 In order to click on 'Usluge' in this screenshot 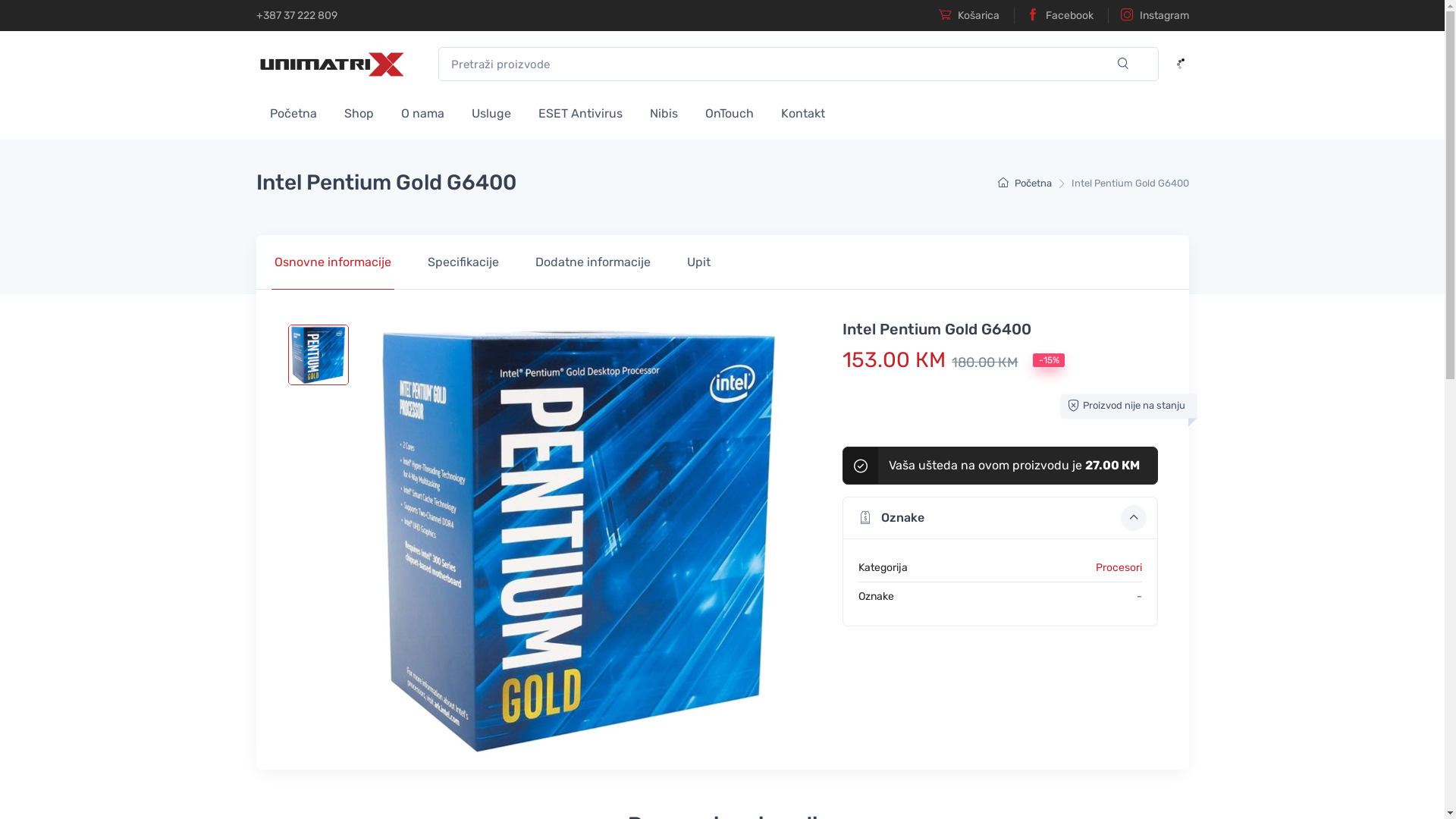, I will do `click(491, 111)`.